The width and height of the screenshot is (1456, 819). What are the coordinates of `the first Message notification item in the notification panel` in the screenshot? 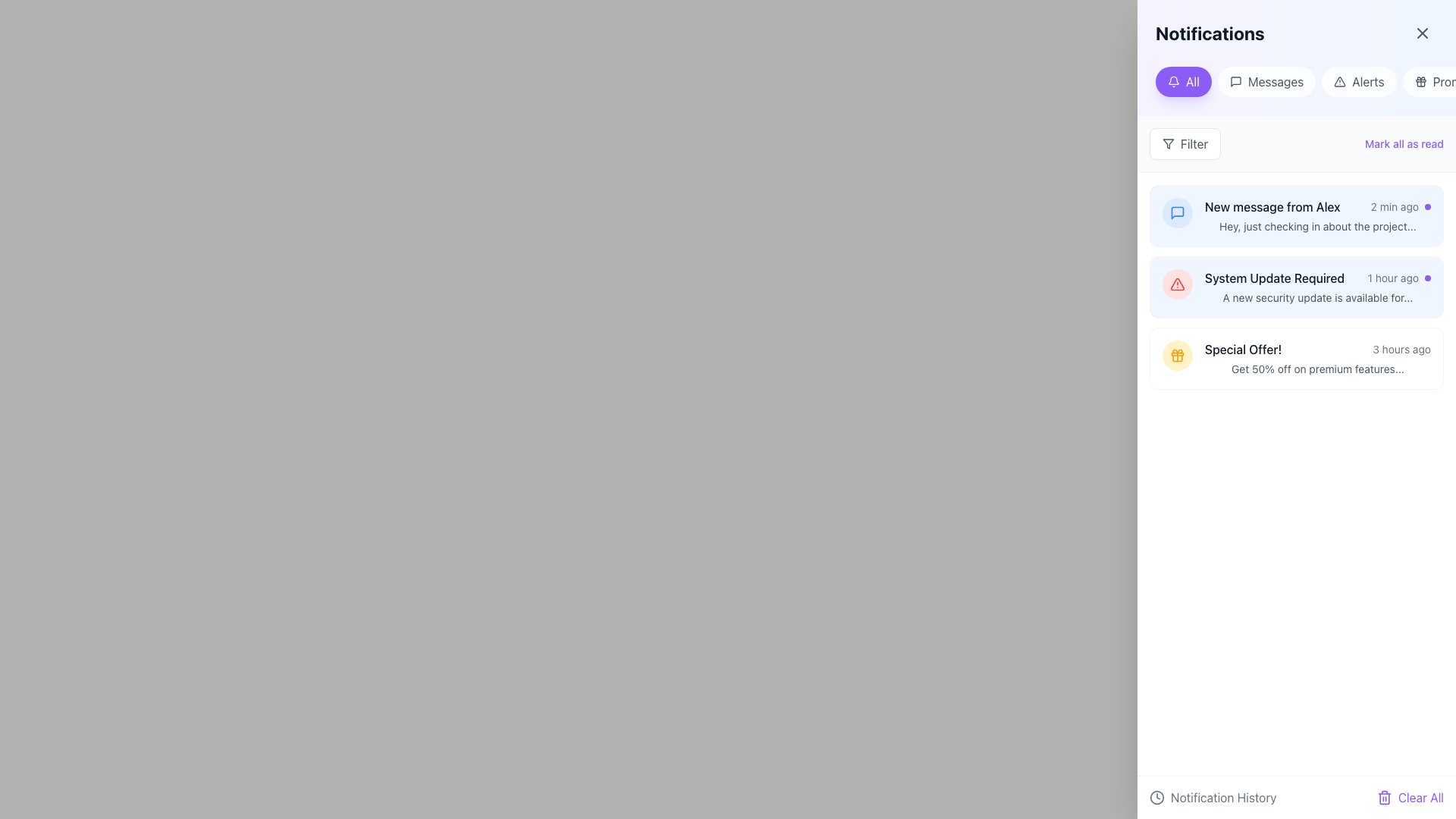 It's located at (1316, 216).